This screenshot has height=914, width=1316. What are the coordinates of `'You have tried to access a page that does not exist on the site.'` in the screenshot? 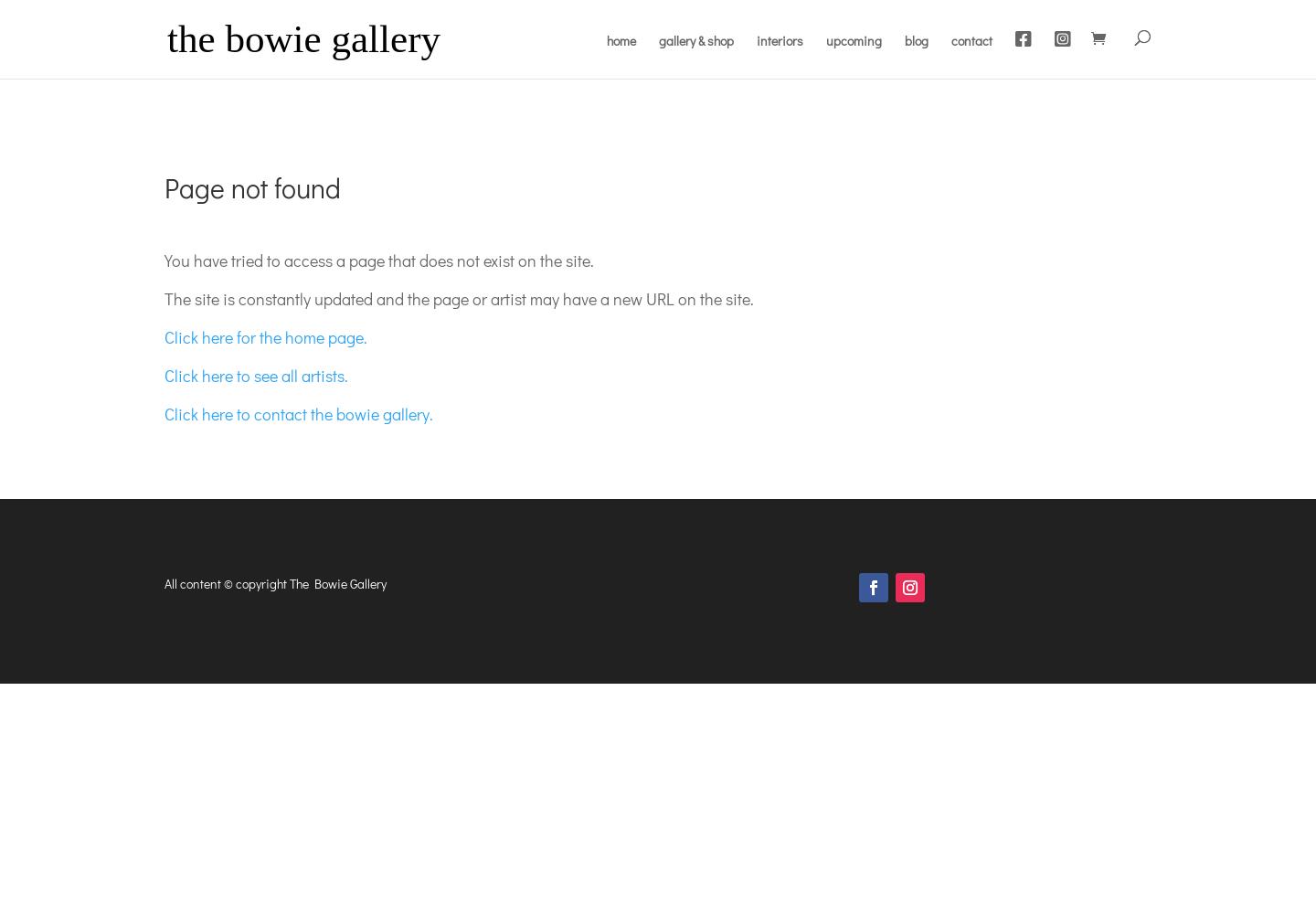 It's located at (378, 260).